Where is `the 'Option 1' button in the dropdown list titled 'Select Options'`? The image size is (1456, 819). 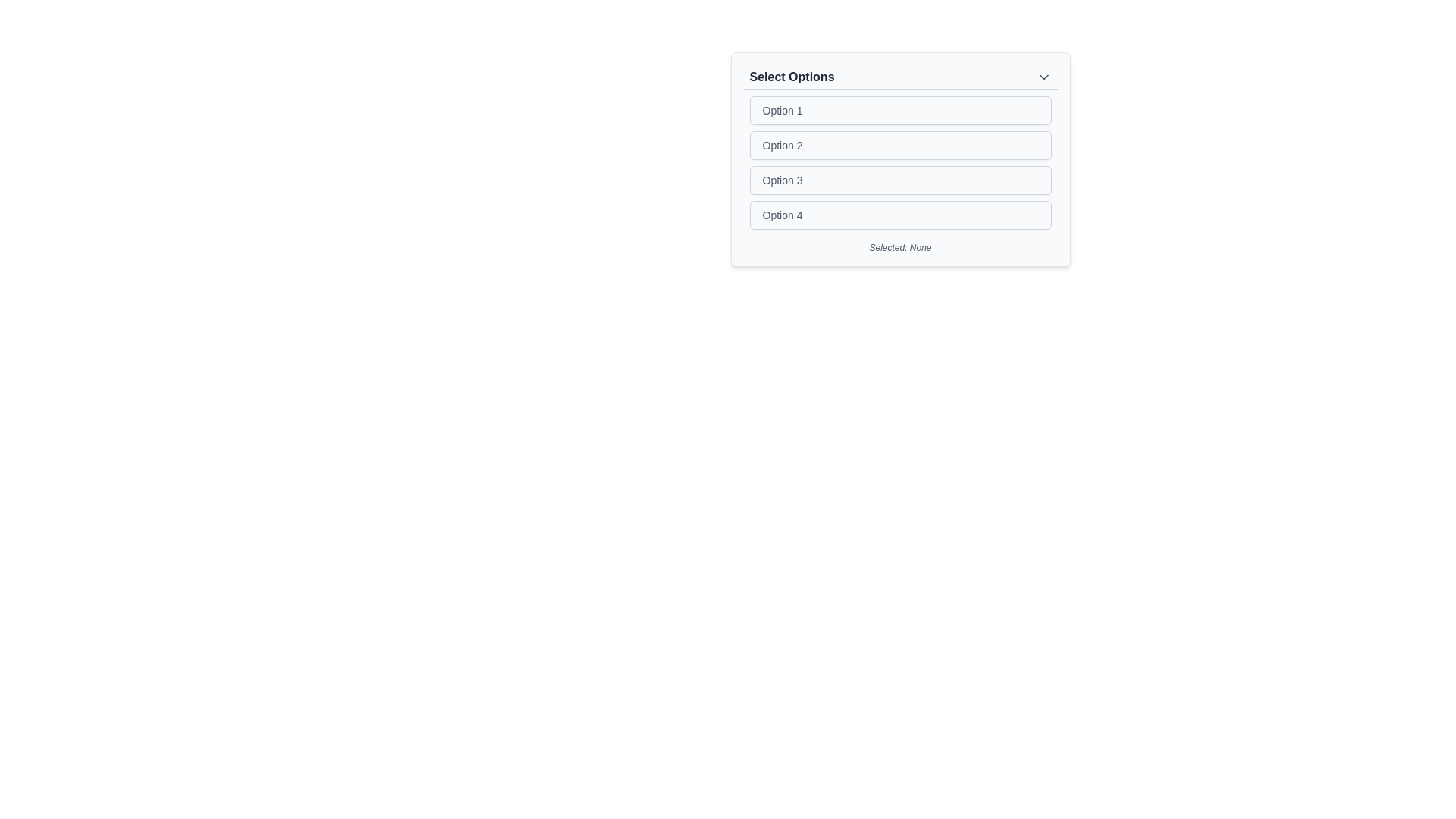 the 'Option 1' button in the dropdown list titled 'Select Options' is located at coordinates (900, 110).